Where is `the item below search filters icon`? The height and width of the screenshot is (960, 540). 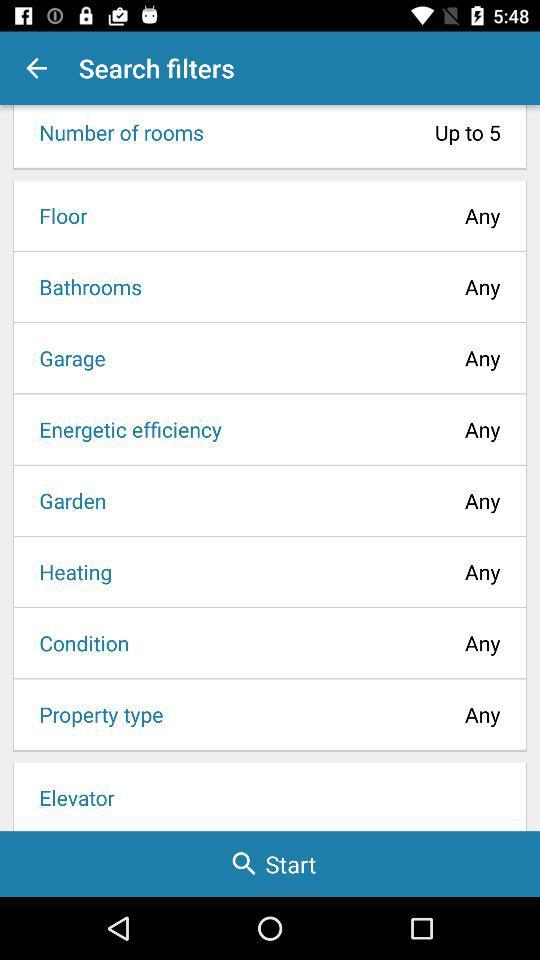 the item below search filters icon is located at coordinates (357, 131).